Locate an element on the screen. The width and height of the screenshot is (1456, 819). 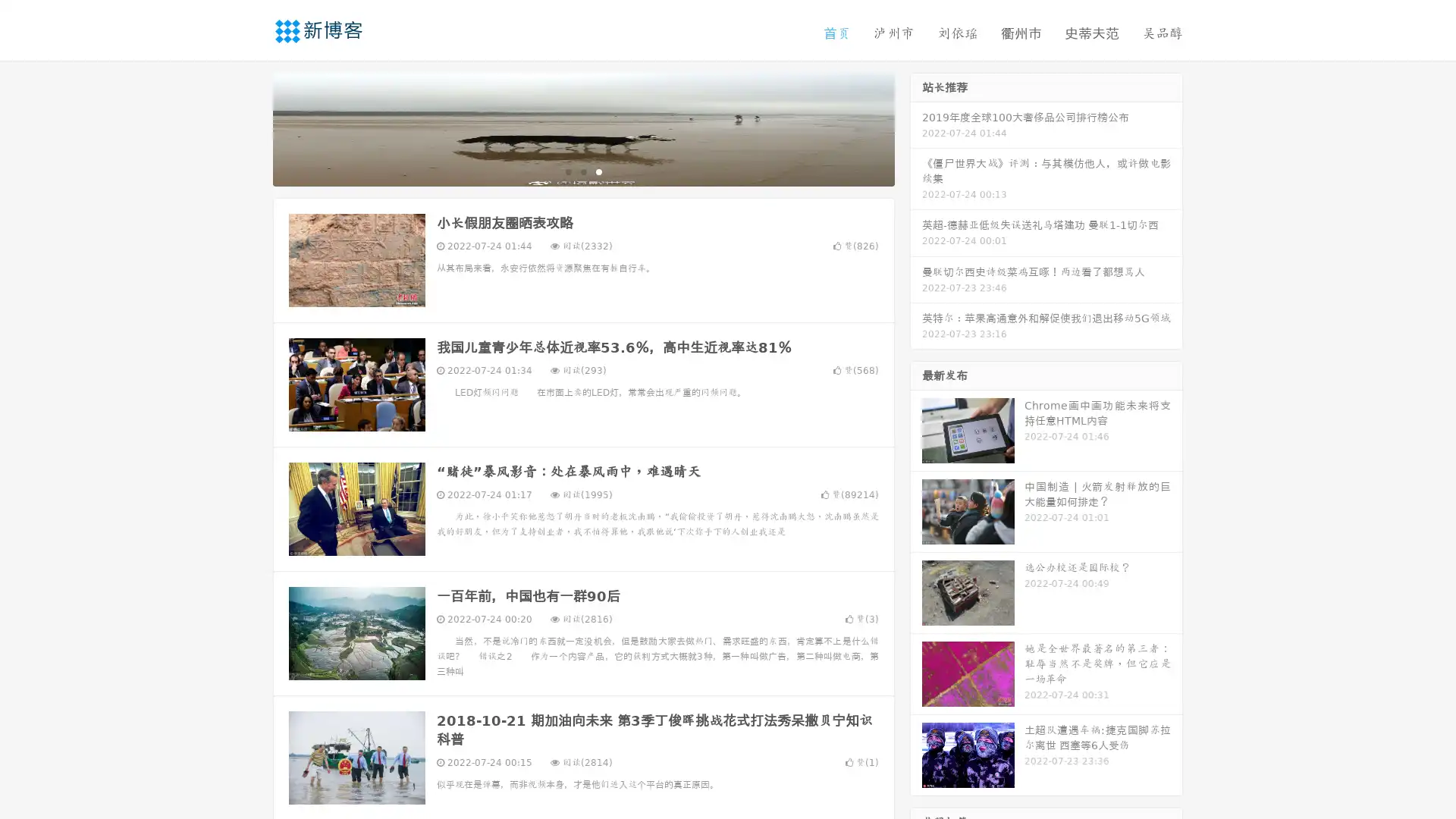
Go to slide 3 is located at coordinates (598, 171).